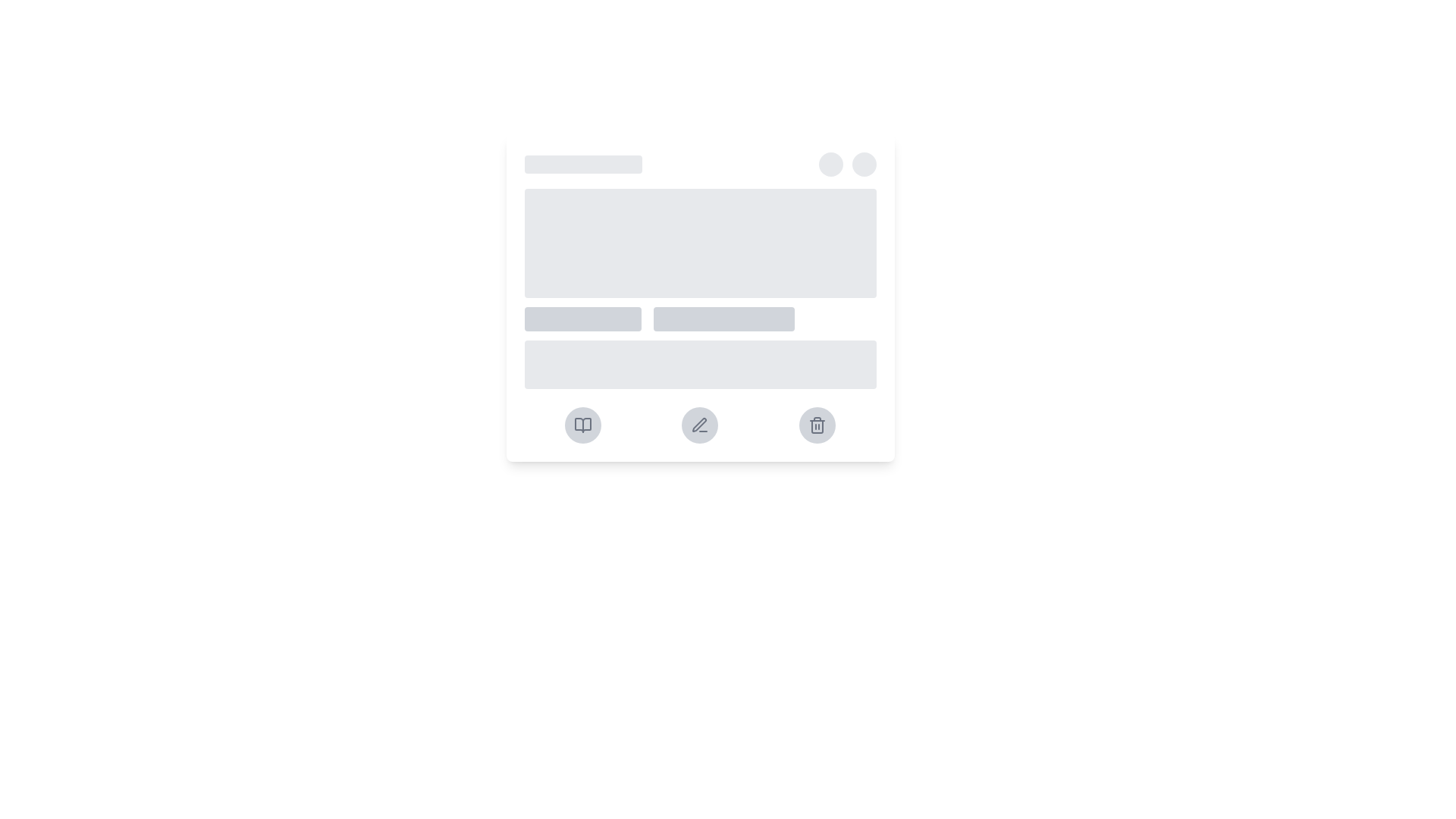 Image resolution: width=1456 pixels, height=819 pixels. I want to click on the stylized pen icon, which is part of the action button in the bottom row of buttons, so click(698, 425).